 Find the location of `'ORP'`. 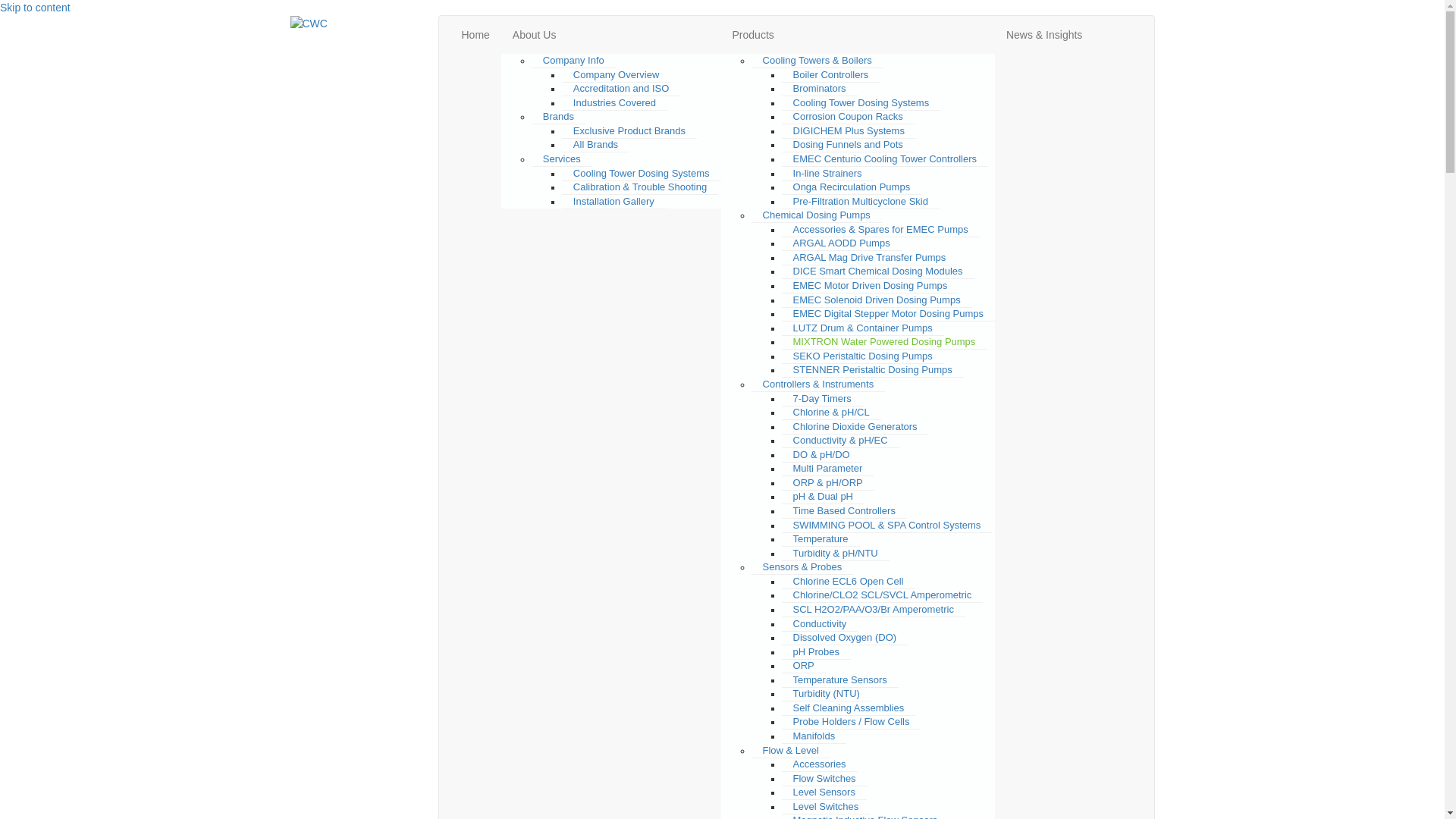

'ORP' is located at coordinates (803, 665).